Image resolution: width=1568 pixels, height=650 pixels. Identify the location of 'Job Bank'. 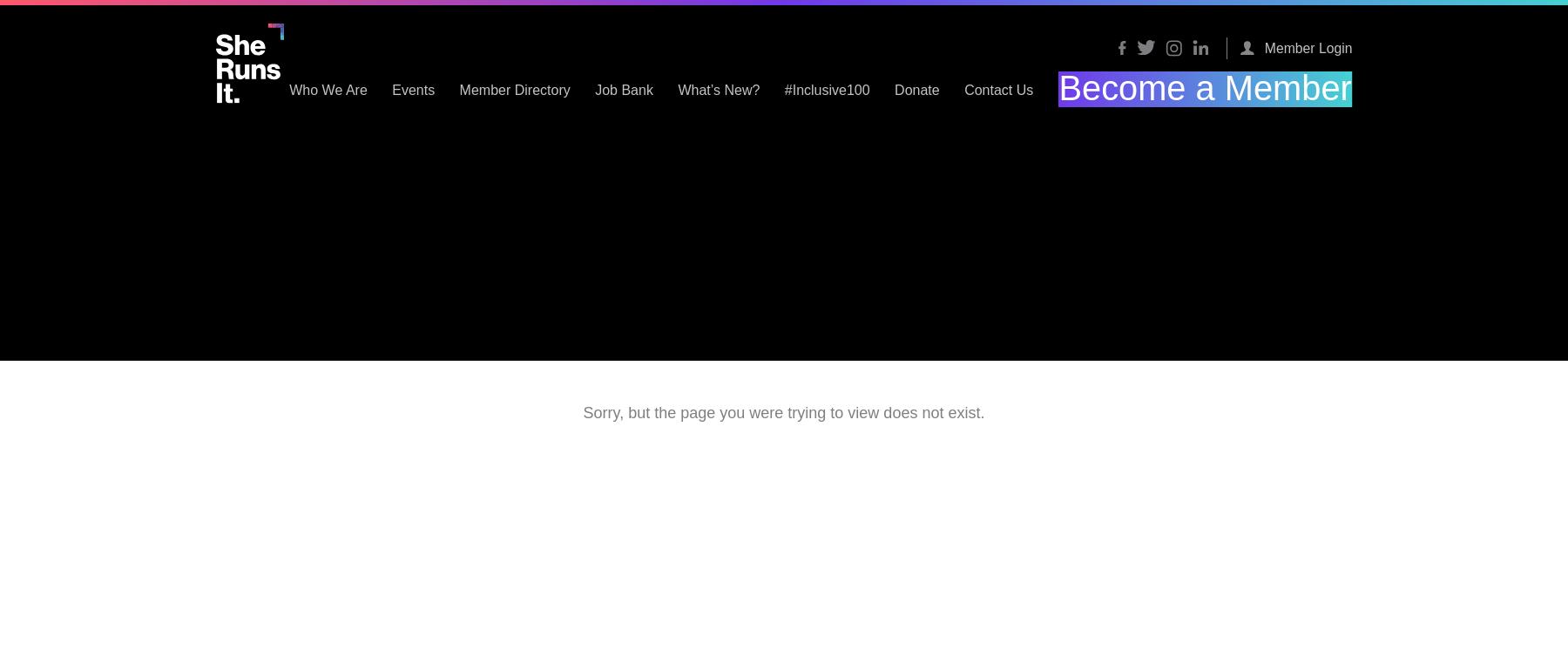
(760, 89).